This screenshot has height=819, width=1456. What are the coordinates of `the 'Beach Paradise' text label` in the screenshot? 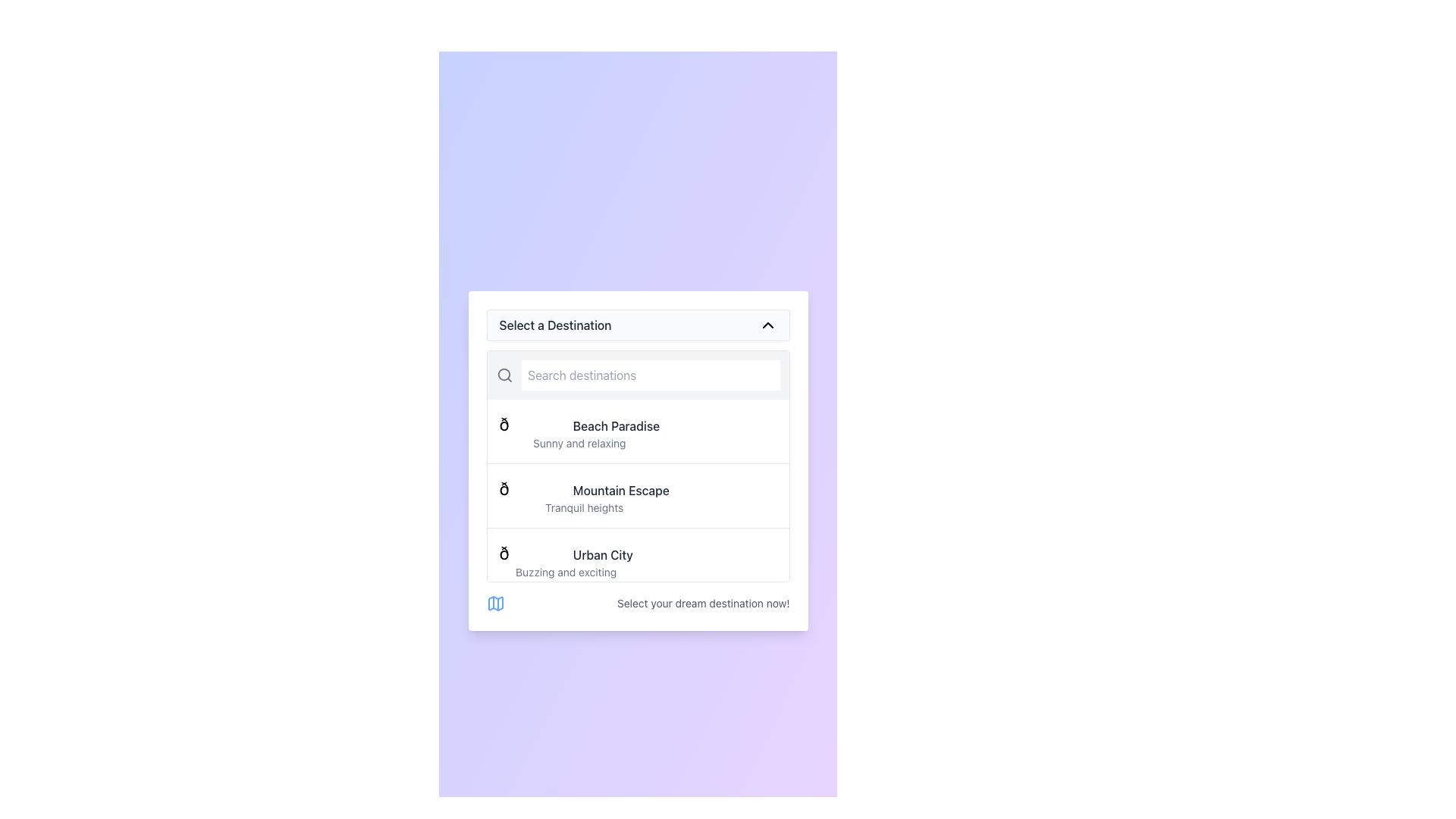 It's located at (616, 426).